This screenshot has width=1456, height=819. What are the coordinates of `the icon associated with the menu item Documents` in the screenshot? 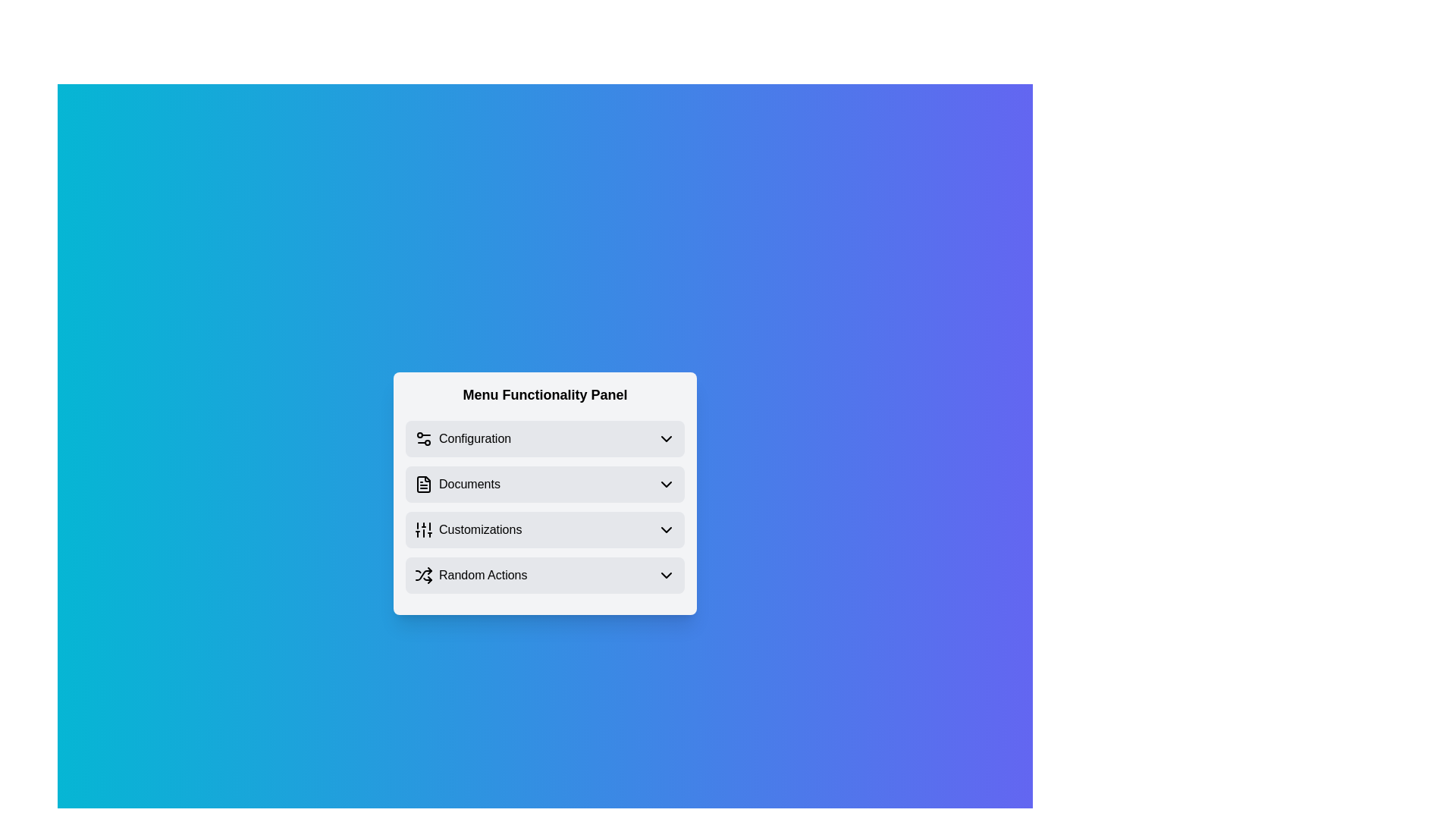 It's located at (423, 485).